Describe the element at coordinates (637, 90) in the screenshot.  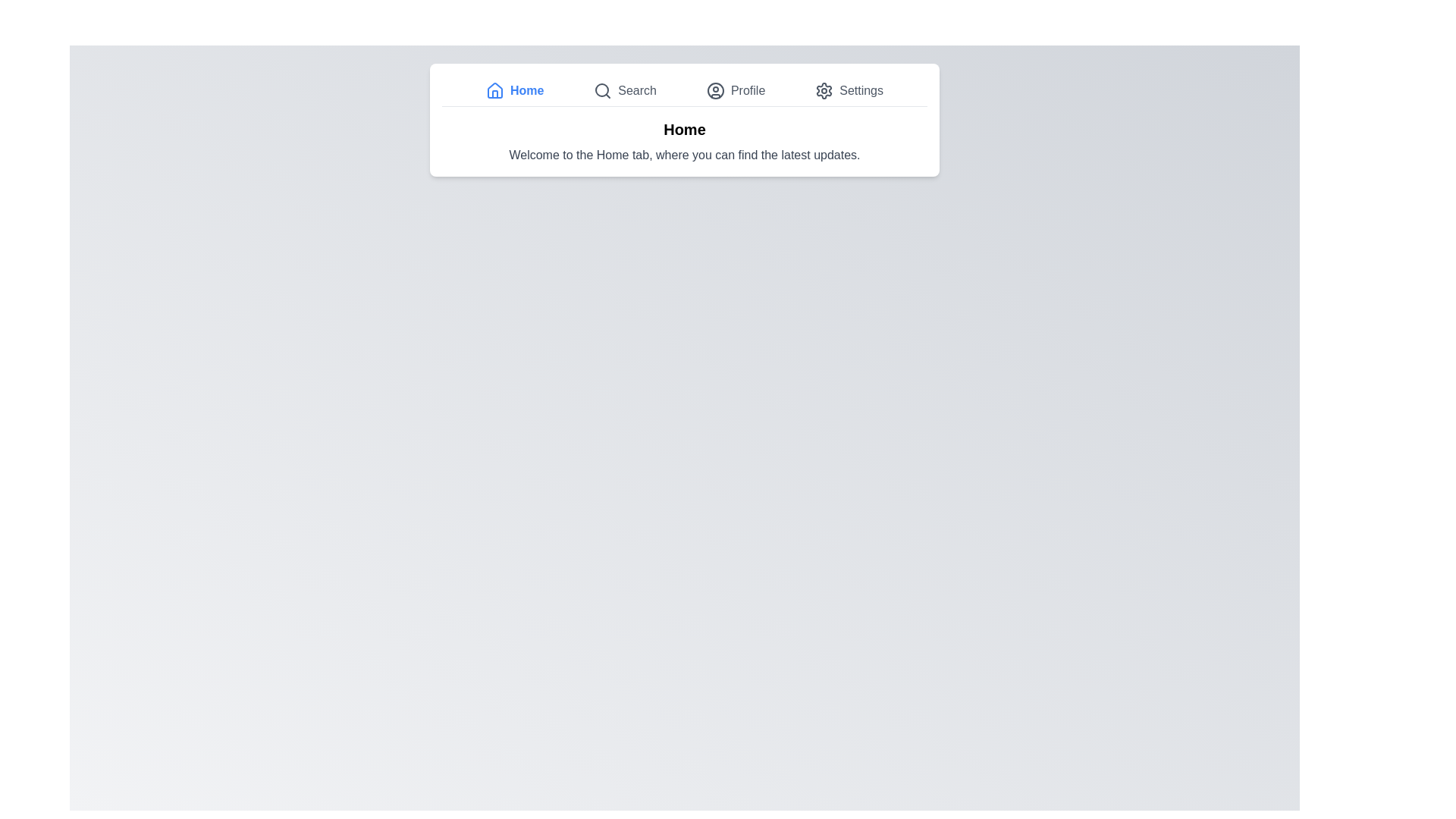
I see `text from the 'Search' label, which is positioned centrally in the navigation menu and visually appears in gray next to a magnifying glass icon` at that location.